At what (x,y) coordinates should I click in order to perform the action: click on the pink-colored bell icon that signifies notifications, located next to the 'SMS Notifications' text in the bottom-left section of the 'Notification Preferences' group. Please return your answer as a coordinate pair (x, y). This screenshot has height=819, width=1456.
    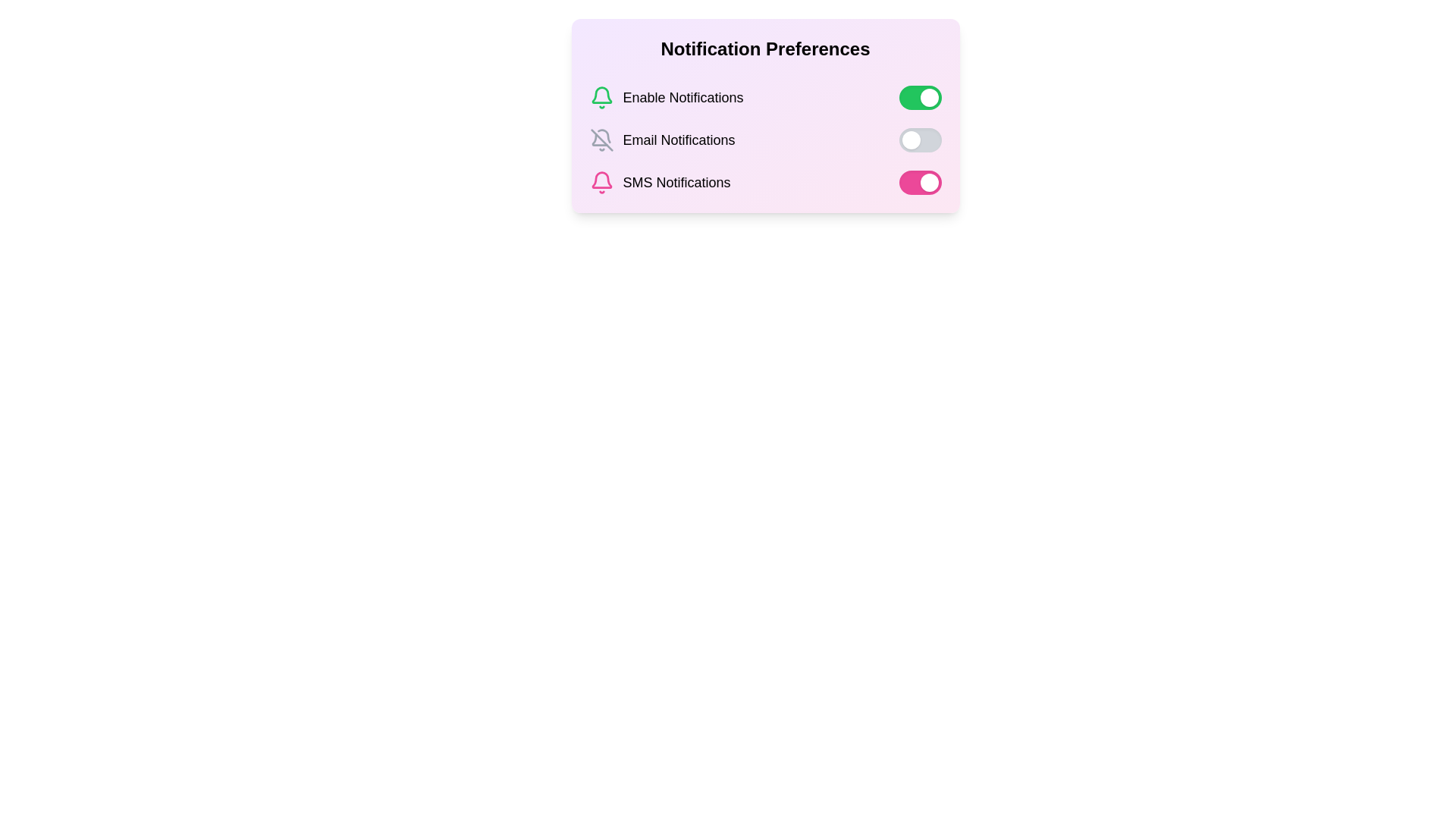
    Looking at the image, I should click on (601, 181).